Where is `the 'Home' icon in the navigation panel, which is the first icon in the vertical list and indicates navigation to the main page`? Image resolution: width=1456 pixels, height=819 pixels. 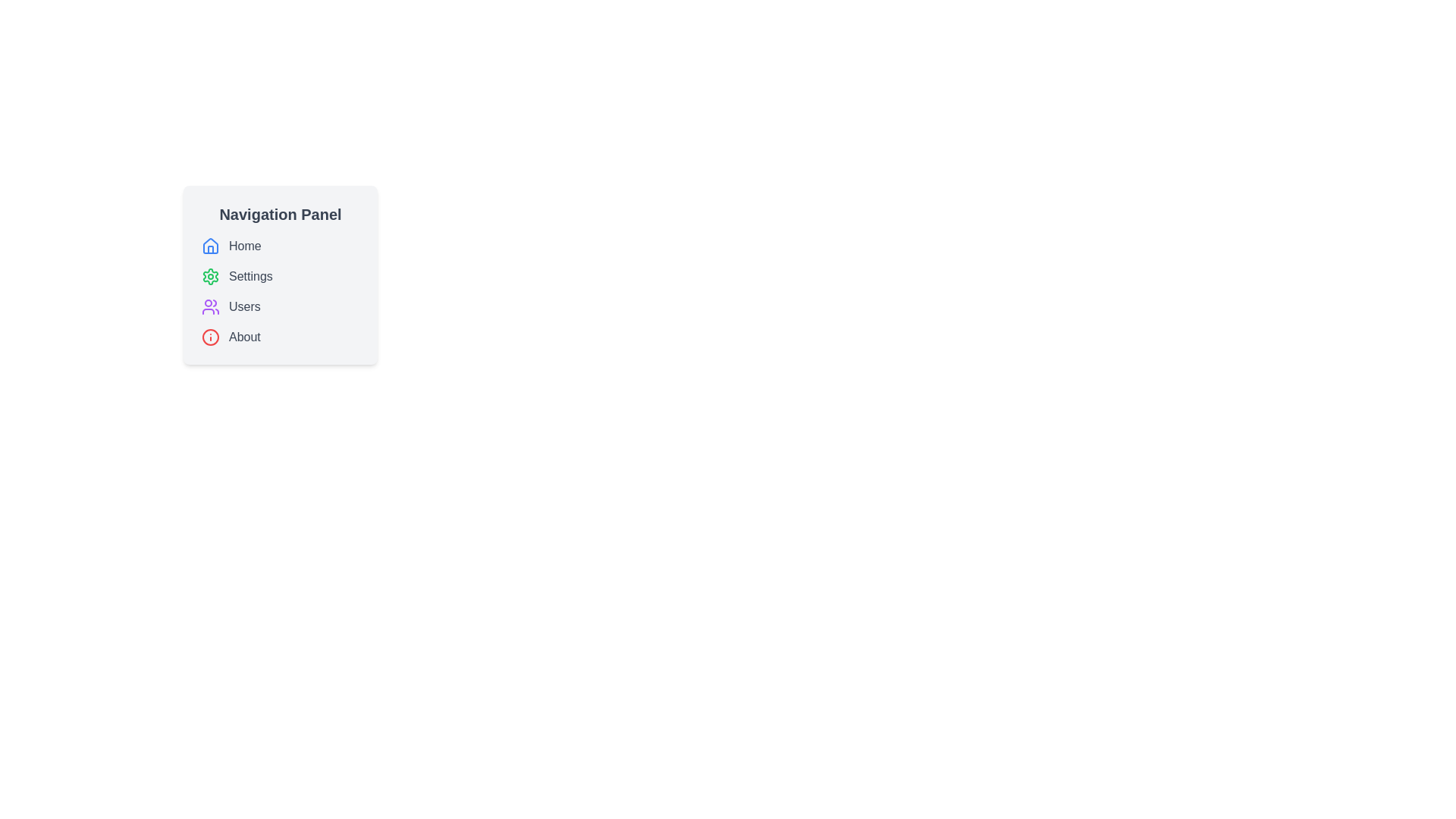 the 'Home' icon in the navigation panel, which is the first icon in the vertical list and indicates navigation to the main page is located at coordinates (210, 245).